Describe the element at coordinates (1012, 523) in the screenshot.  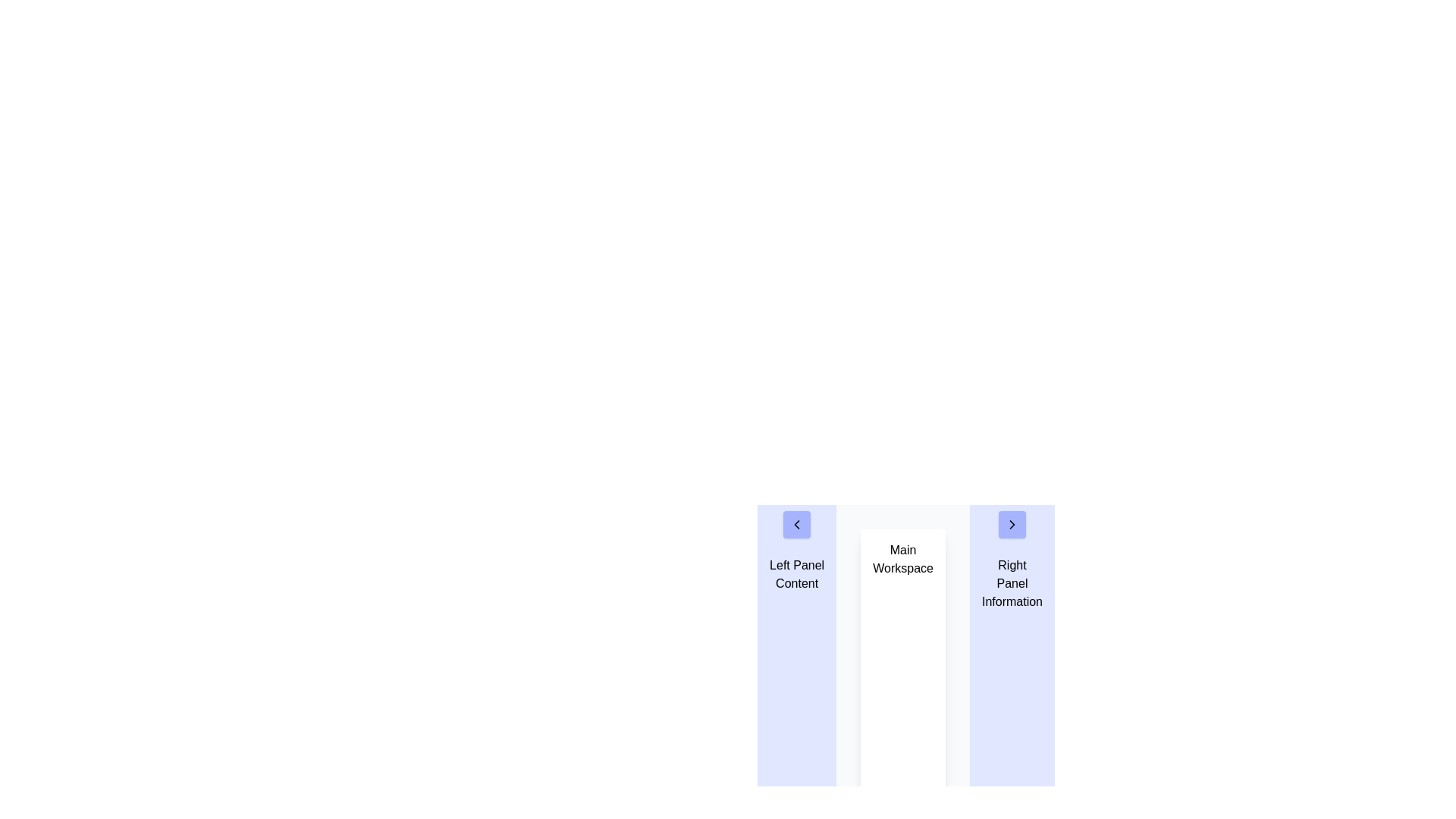
I see `the right arrow icon located at the center of the right panel box` at that location.